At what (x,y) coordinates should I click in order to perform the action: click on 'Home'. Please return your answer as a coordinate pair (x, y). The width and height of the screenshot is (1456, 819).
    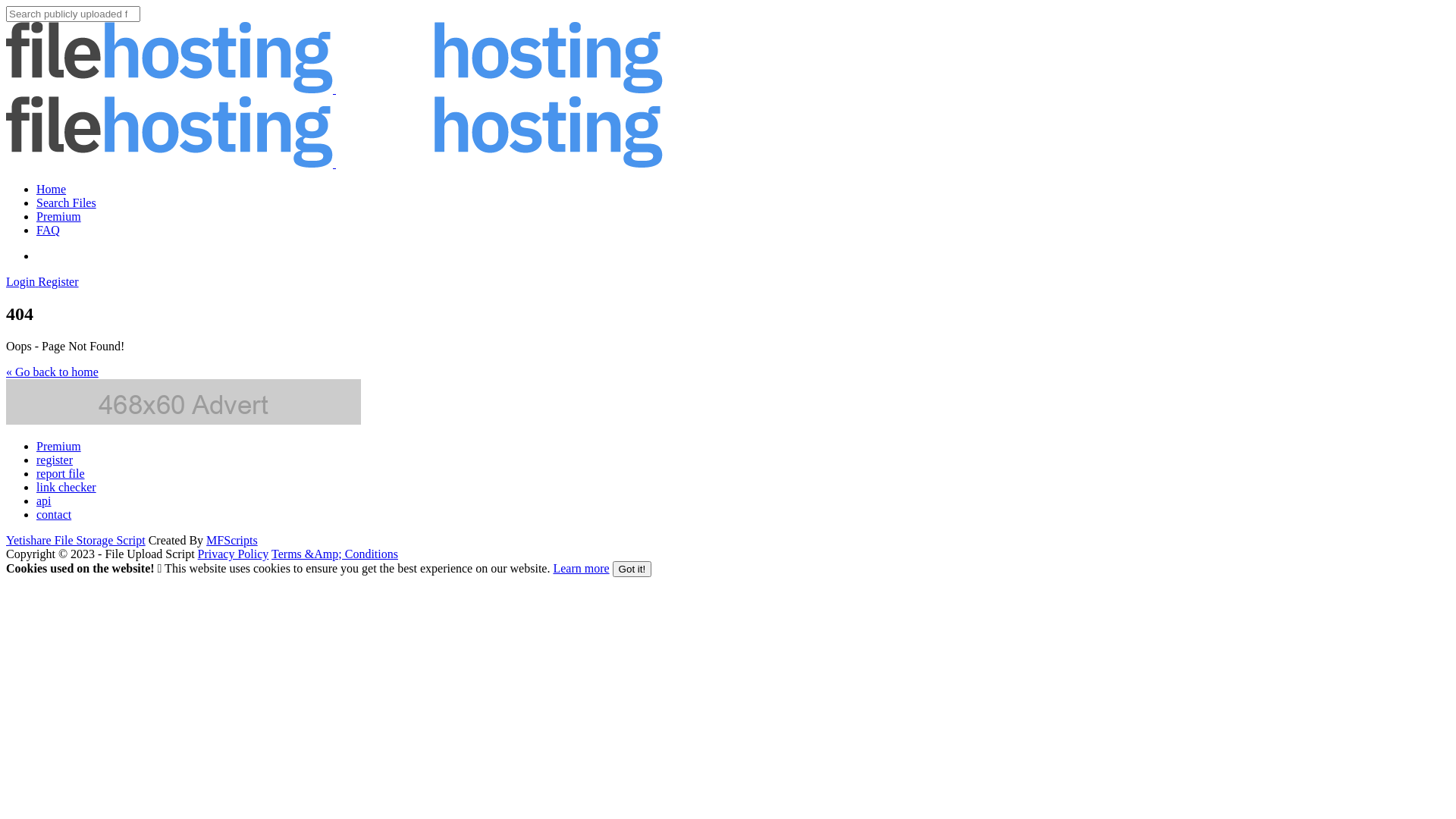
    Looking at the image, I should click on (51, 188).